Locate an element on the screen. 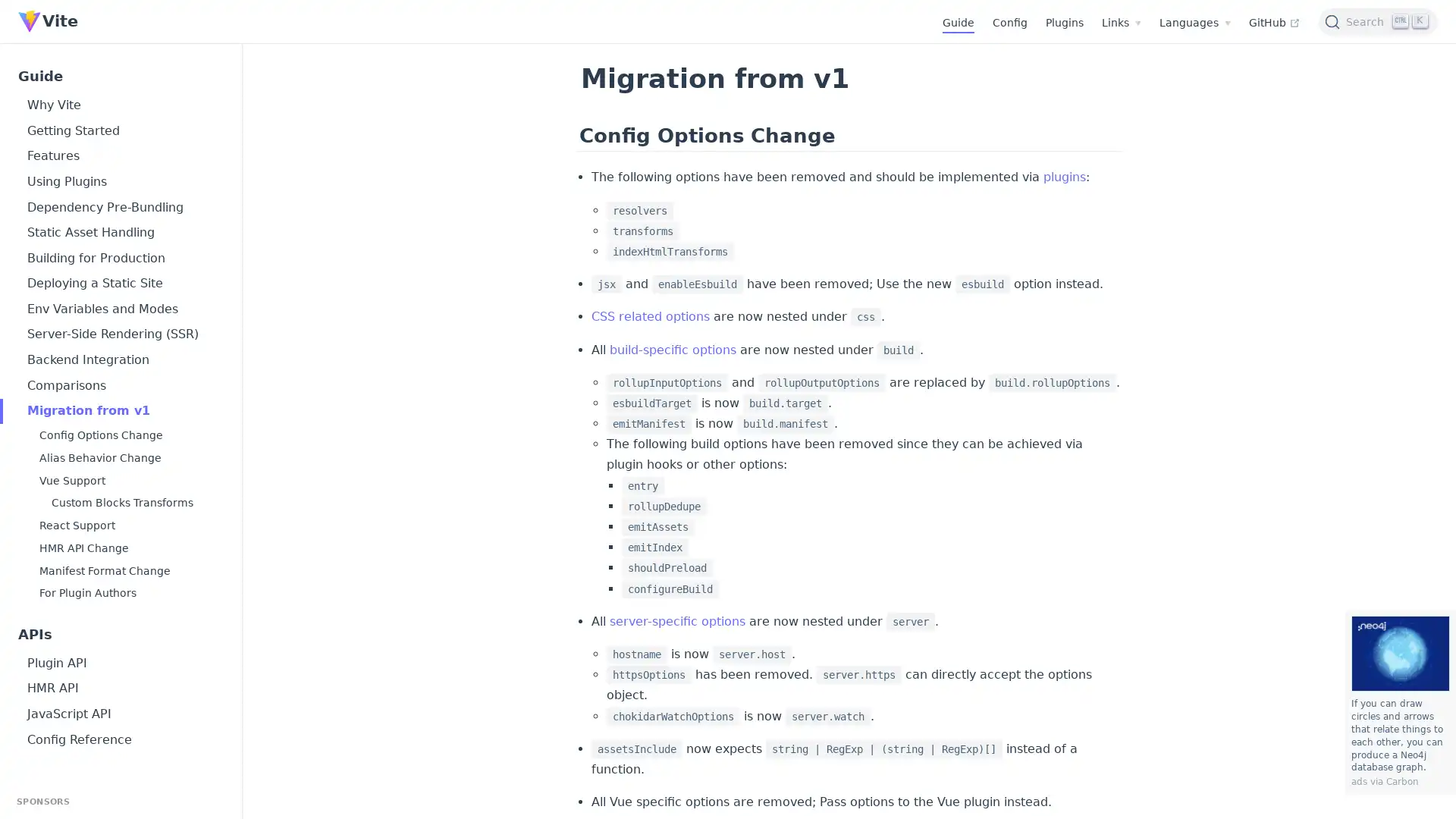 The width and height of the screenshot is (1456, 819). Languages is located at coordinates (1194, 23).